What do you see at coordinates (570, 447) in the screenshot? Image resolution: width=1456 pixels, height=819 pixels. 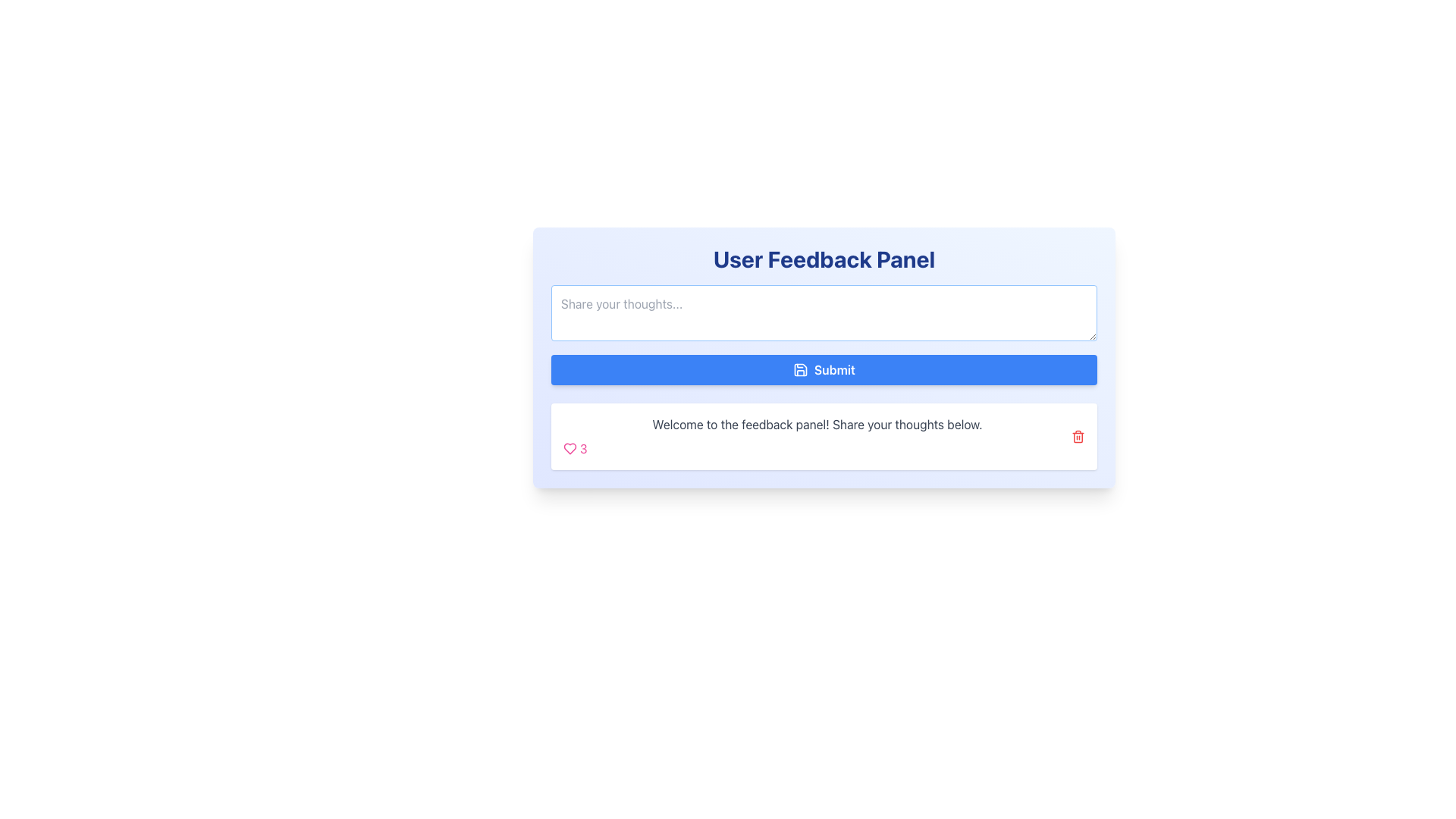 I see `the heart icon located to the left of the number '3' in the feedback panel to like or favorite` at bounding box center [570, 447].